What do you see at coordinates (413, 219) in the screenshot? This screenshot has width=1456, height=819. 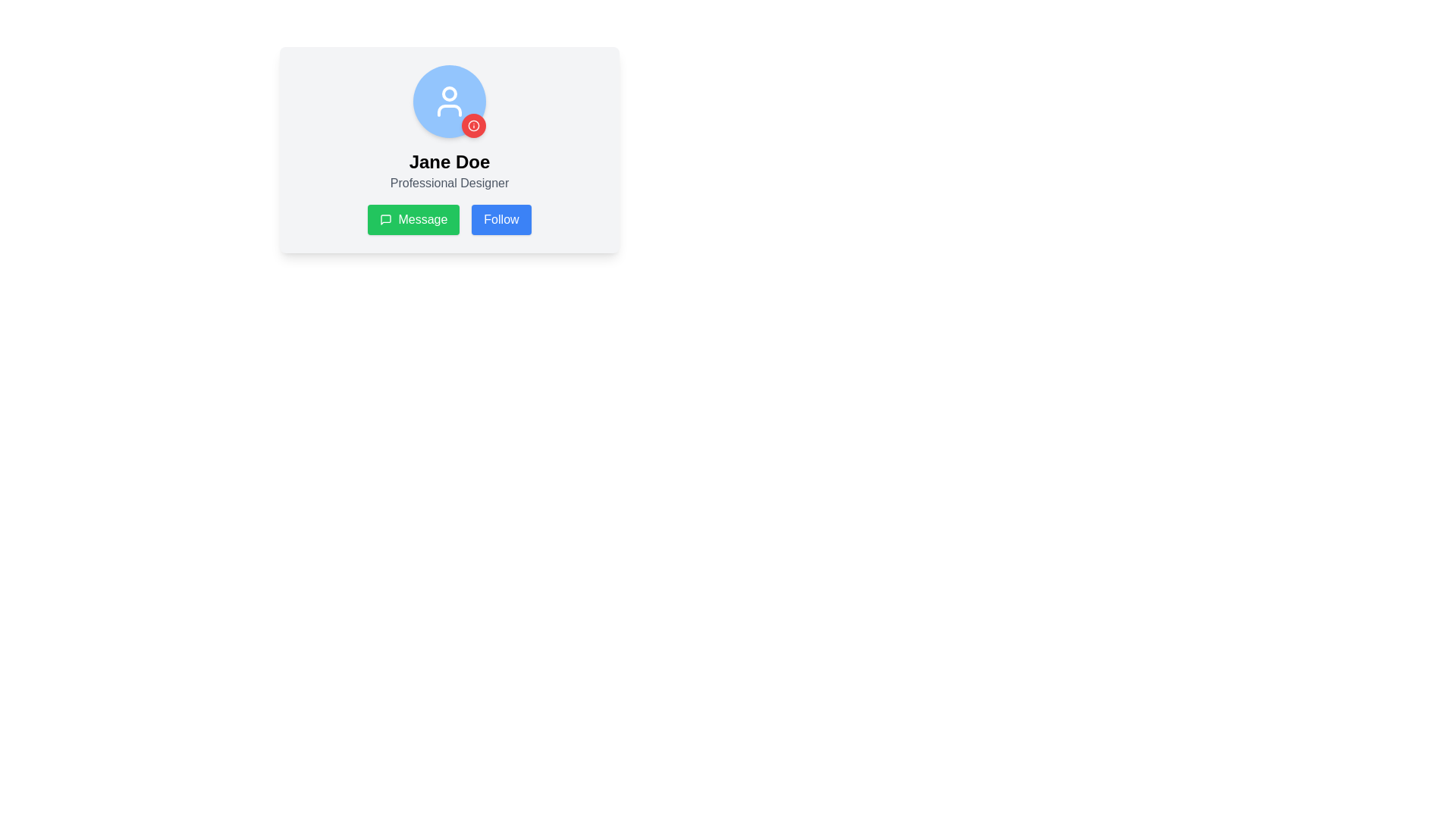 I see `the leftmost button beneath the user profile section` at bounding box center [413, 219].